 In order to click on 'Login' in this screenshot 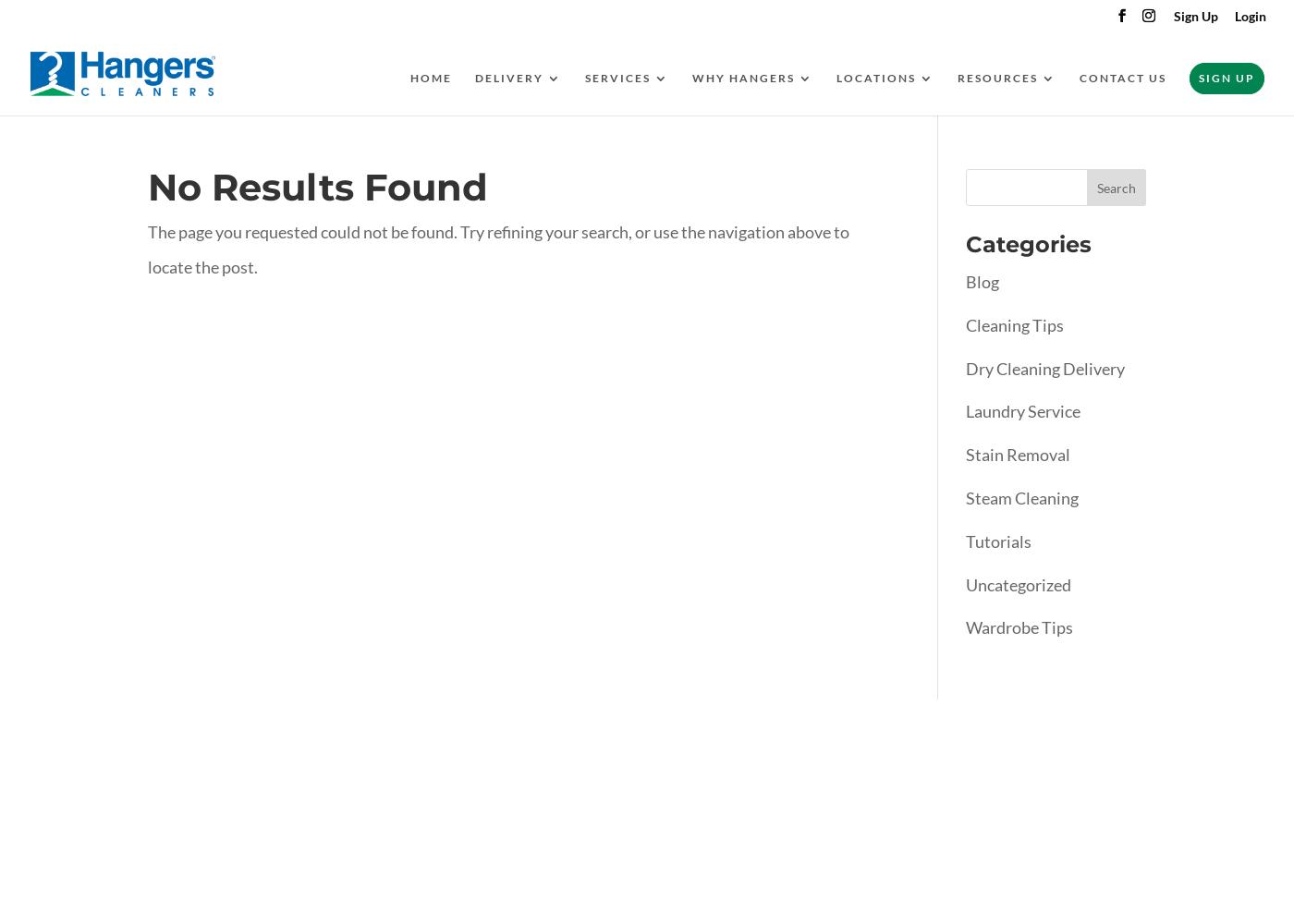, I will do `click(1250, 15)`.